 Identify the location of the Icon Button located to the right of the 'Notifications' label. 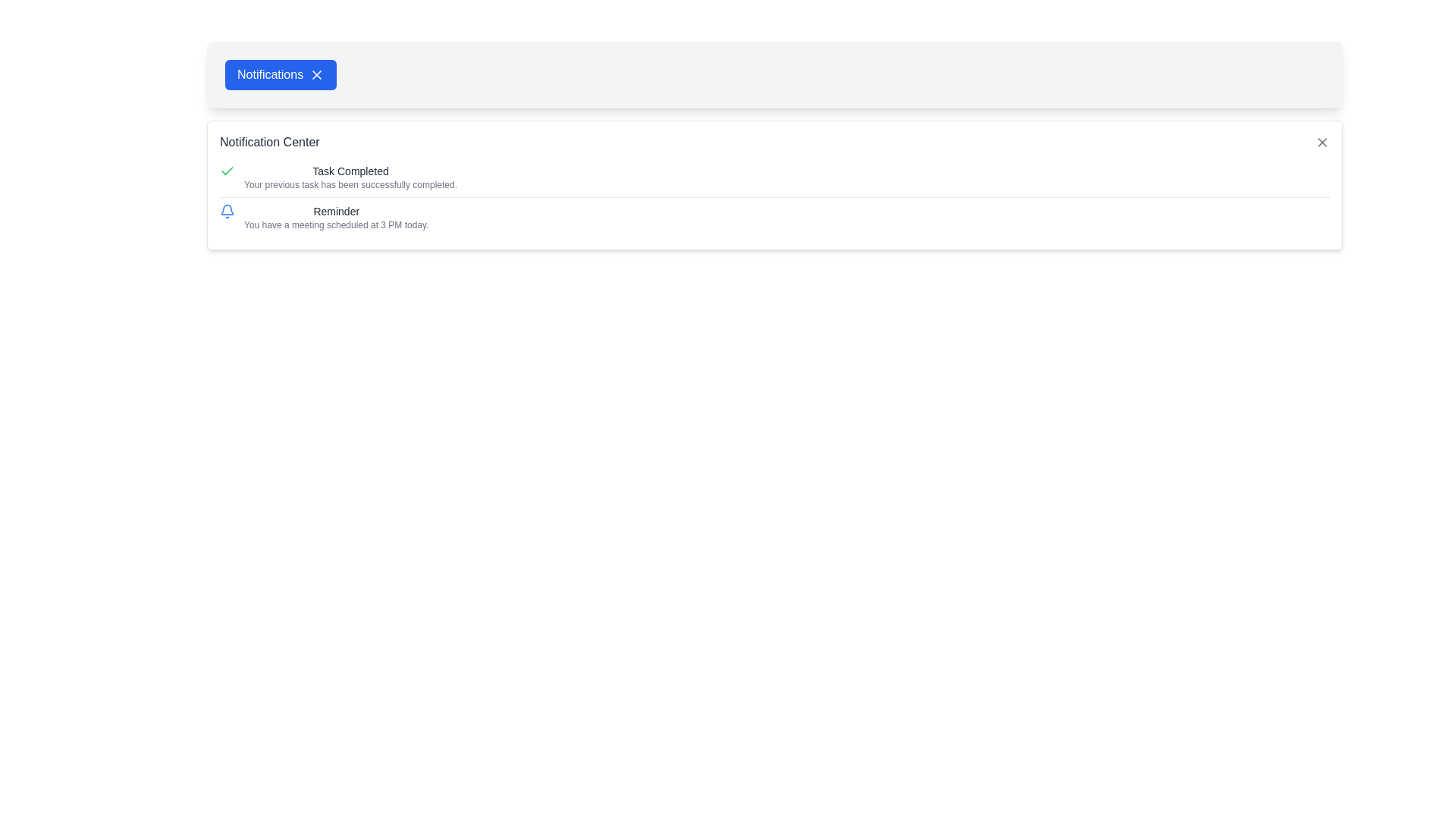
(316, 75).